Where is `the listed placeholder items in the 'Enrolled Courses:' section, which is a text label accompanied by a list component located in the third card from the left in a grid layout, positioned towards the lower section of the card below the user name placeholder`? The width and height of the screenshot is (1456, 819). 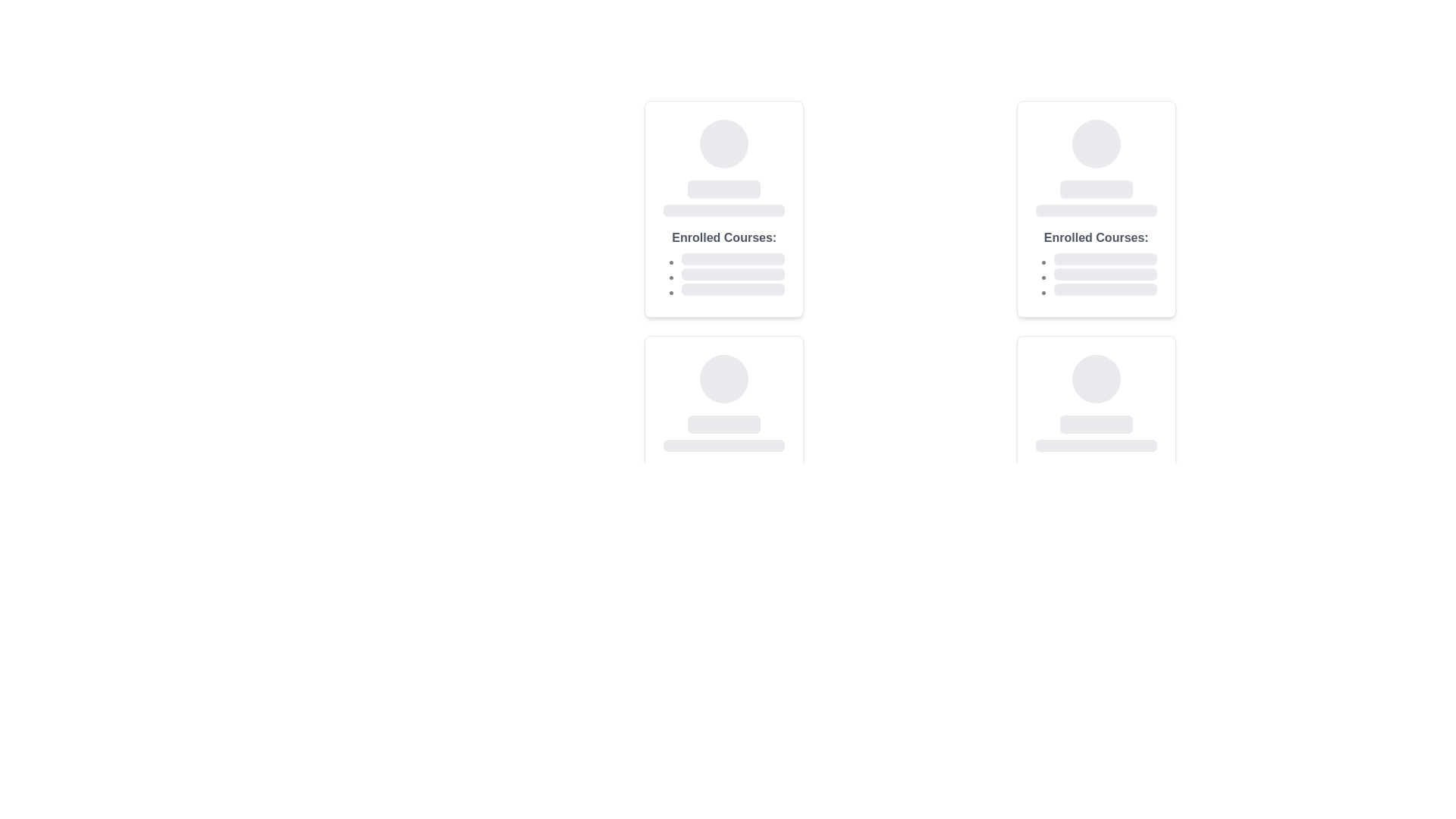 the listed placeholder items in the 'Enrolled Courses:' section, which is a text label accompanied by a list component located in the third card from the left in a grid layout, positioned towards the lower section of the card below the user name placeholder is located at coordinates (1096, 262).